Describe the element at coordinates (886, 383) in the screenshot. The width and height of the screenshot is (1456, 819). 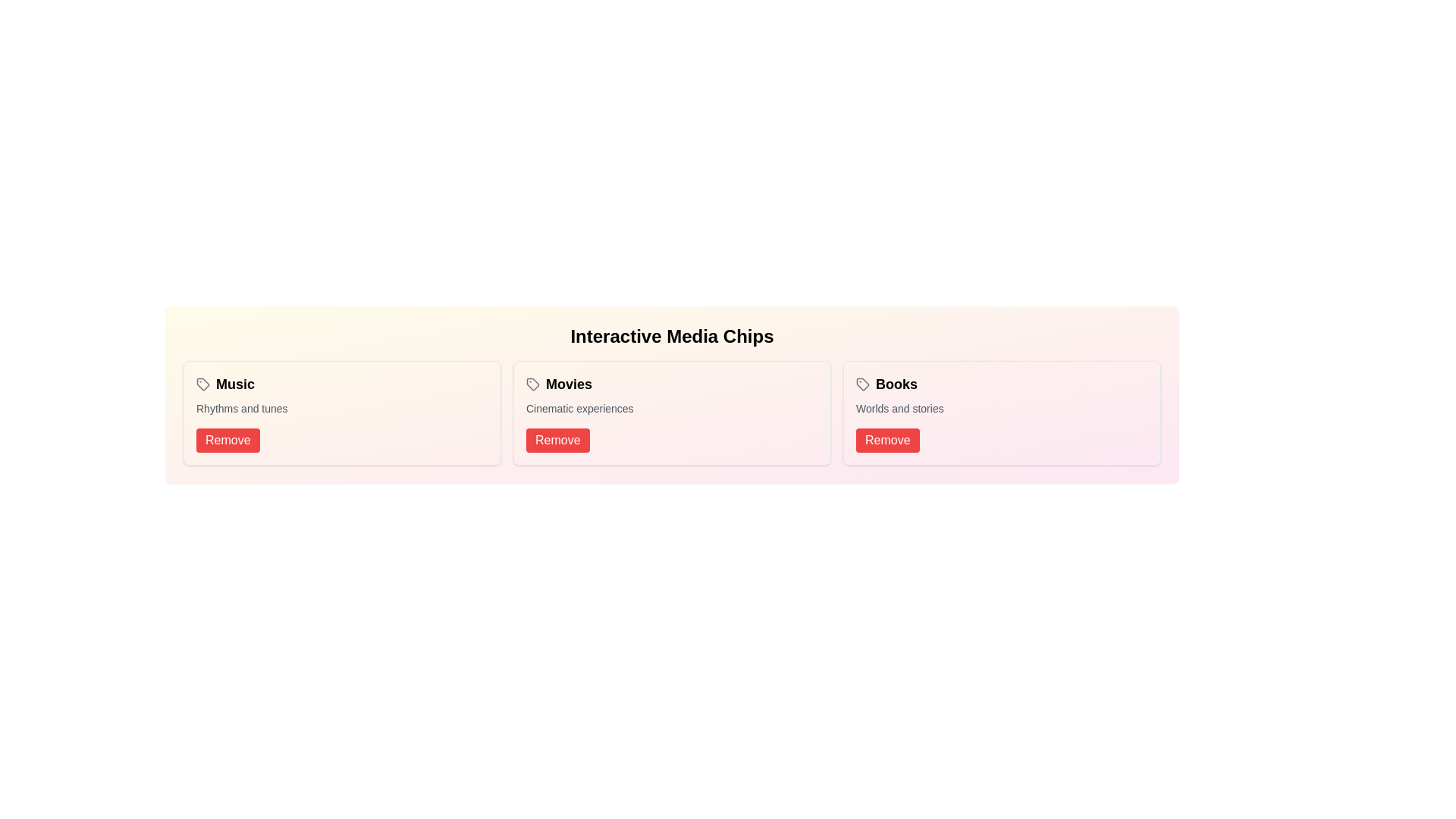
I see `the text content of the chip labeled Books` at that location.